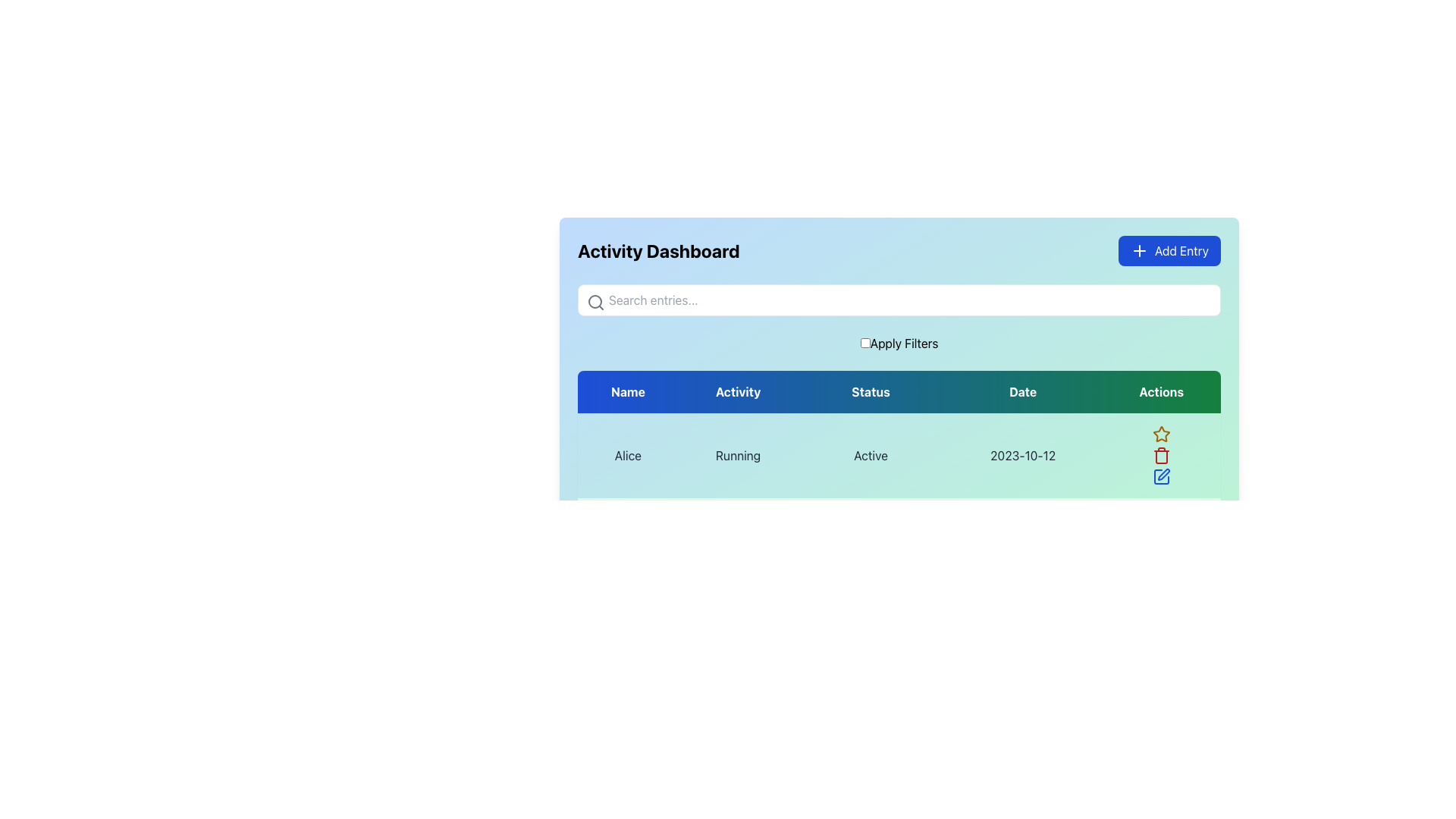 The height and width of the screenshot is (819, 1456). I want to click on the status indicator text located in the third cell of the table row under the 'Status' column, which follows 'Alice' and 'Running' and precedes the date '2023-10-12', so click(871, 455).